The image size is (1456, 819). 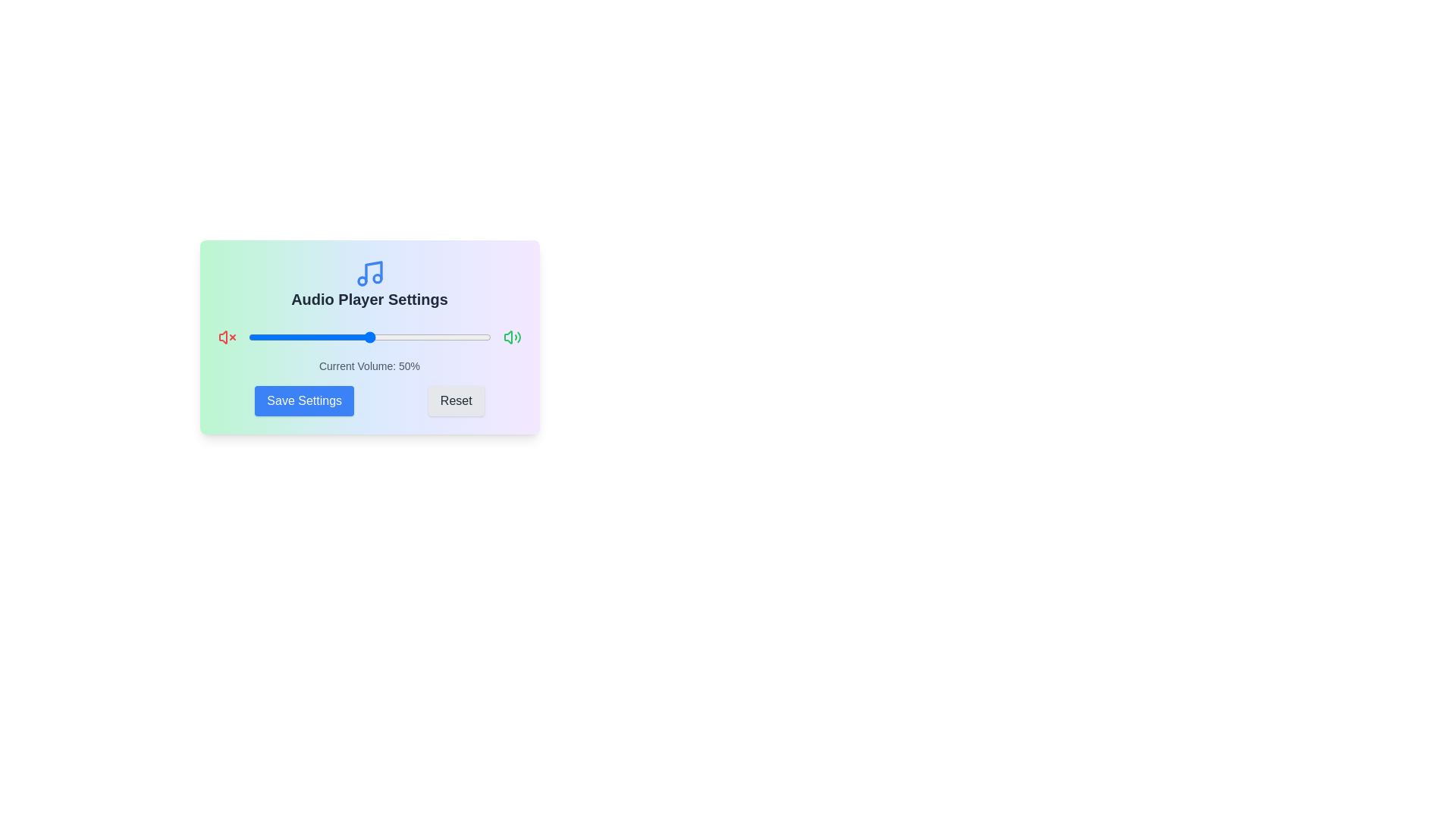 What do you see at coordinates (446, 336) in the screenshot?
I see `the slider value` at bounding box center [446, 336].